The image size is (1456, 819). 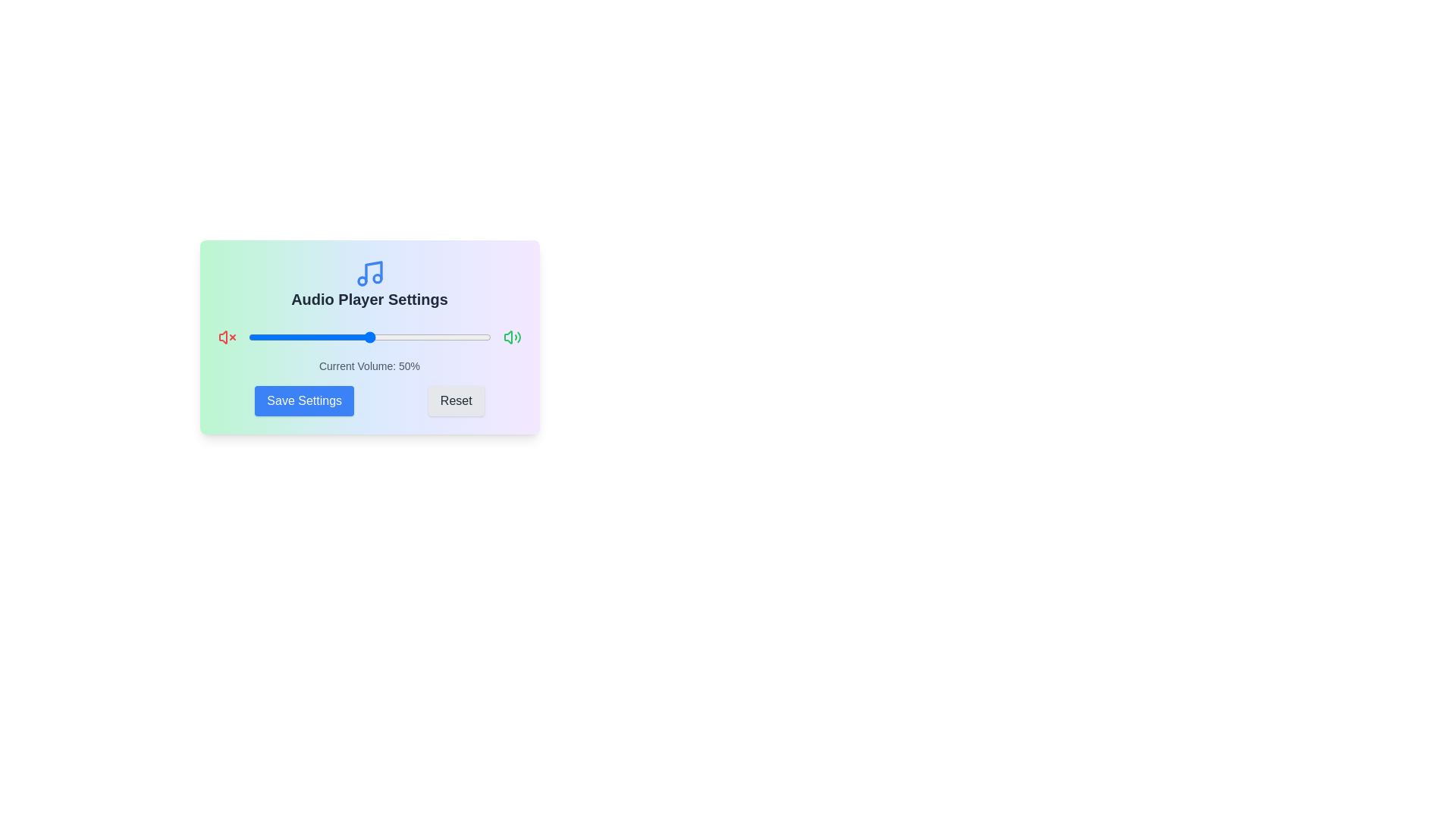 What do you see at coordinates (446, 336) in the screenshot?
I see `the slider value` at bounding box center [446, 336].